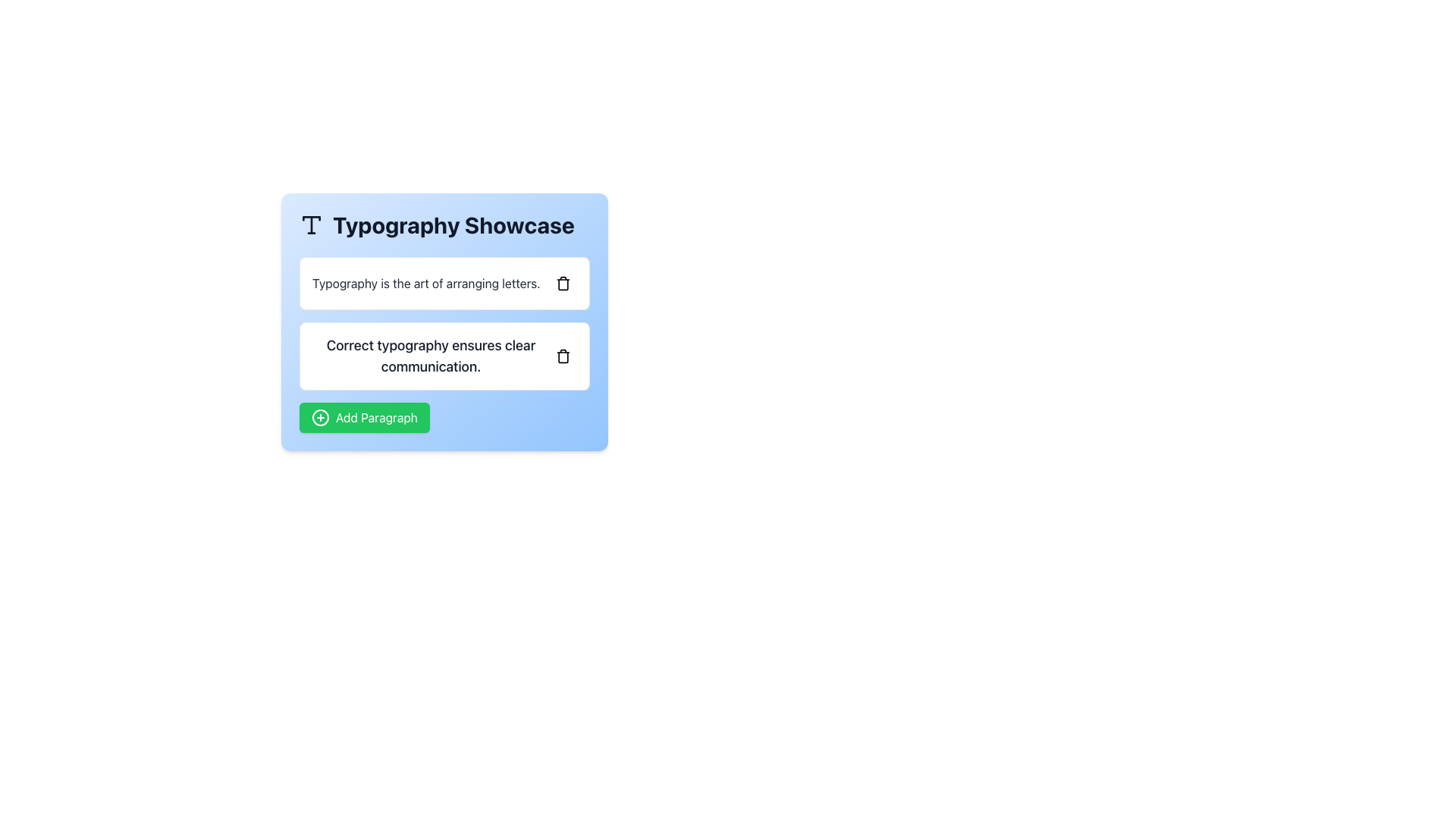  What do you see at coordinates (430, 356) in the screenshot?
I see `the informational text element located within a white rectangular card with rounded corners, positioned to the left of the trash can icon button` at bounding box center [430, 356].